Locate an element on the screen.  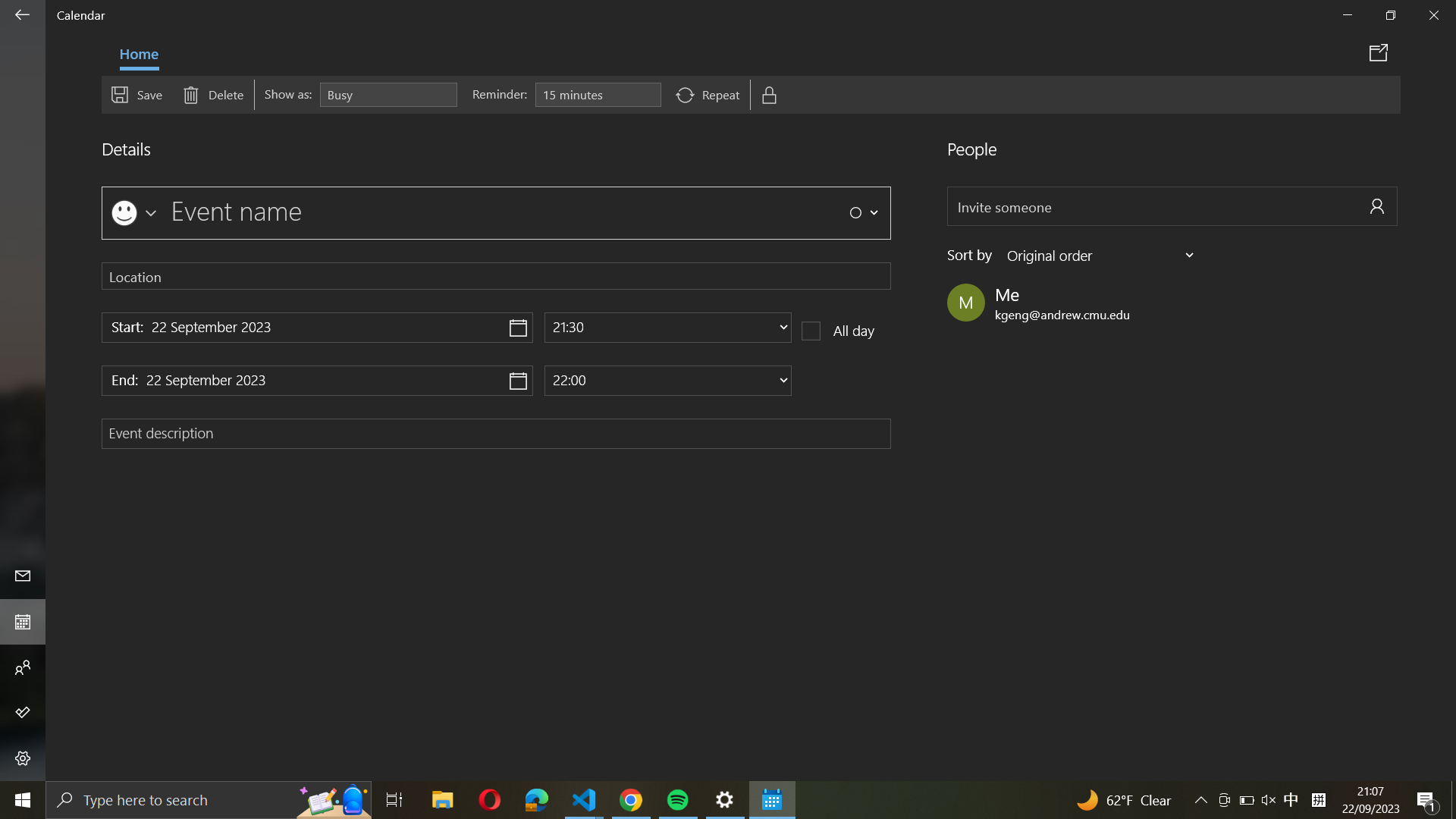
up an alarm for the event is located at coordinates (597, 95).